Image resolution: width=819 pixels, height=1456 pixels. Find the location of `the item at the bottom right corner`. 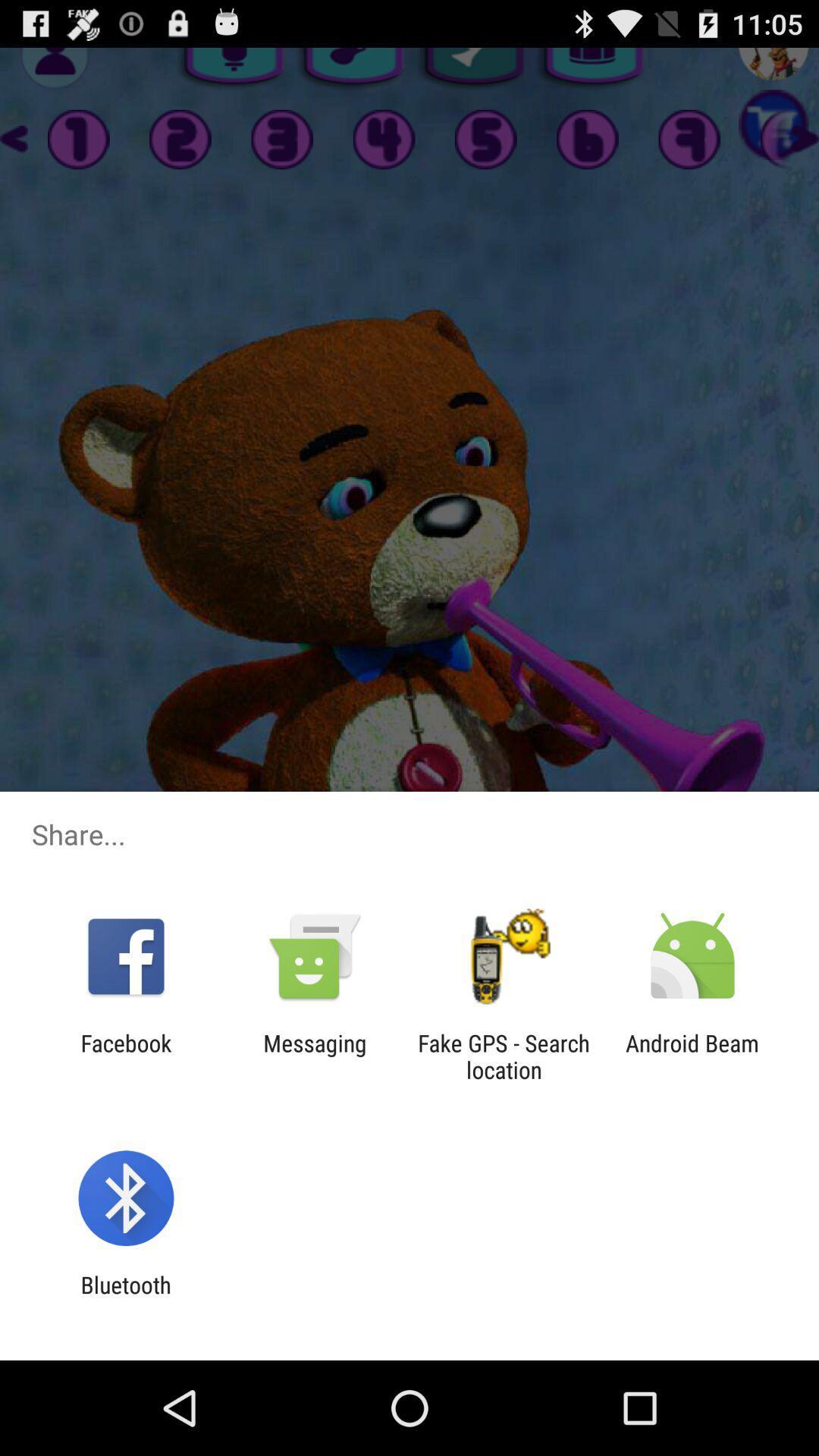

the item at the bottom right corner is located at coordinates (692, 1056).